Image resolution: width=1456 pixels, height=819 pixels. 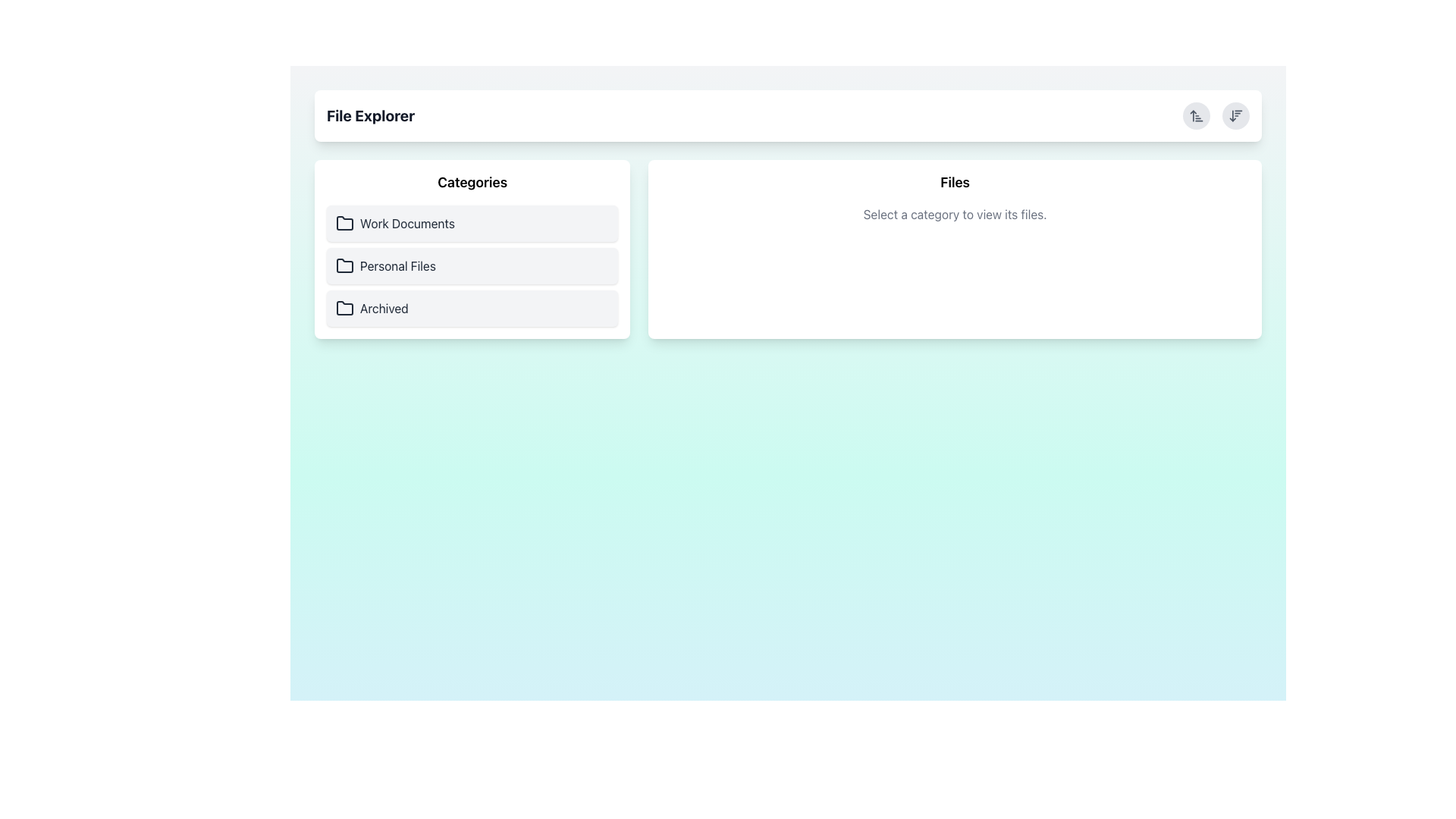 What do you see at coordinates (344, 265) in the screenshot?
I see `the folder icon representing the 'Personal Files' category located in the left panel of the file explorer interface, positioned below 'Work Documents' and above 'Archived'` at bounding box center [344, 265].